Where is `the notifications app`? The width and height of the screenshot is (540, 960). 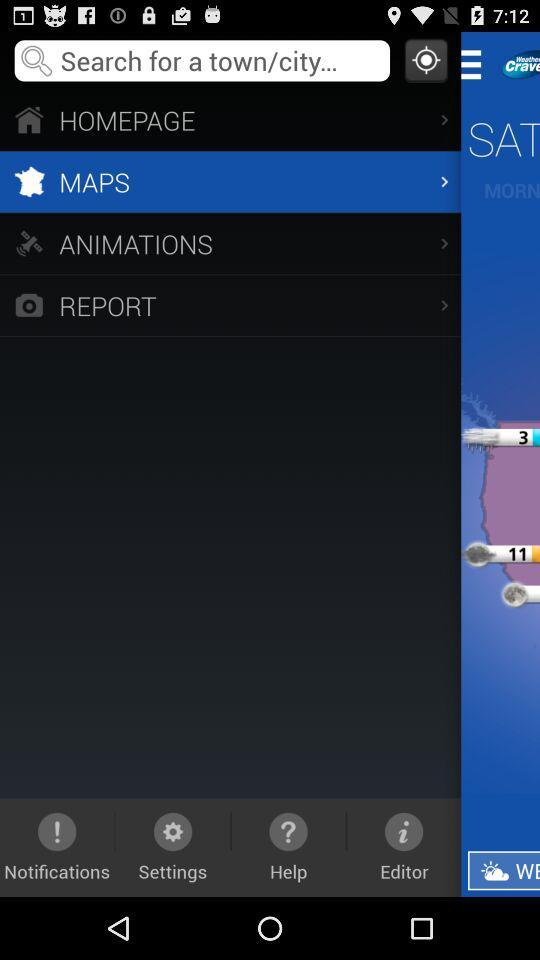 the notifications app is located at coordinates (57, 846).